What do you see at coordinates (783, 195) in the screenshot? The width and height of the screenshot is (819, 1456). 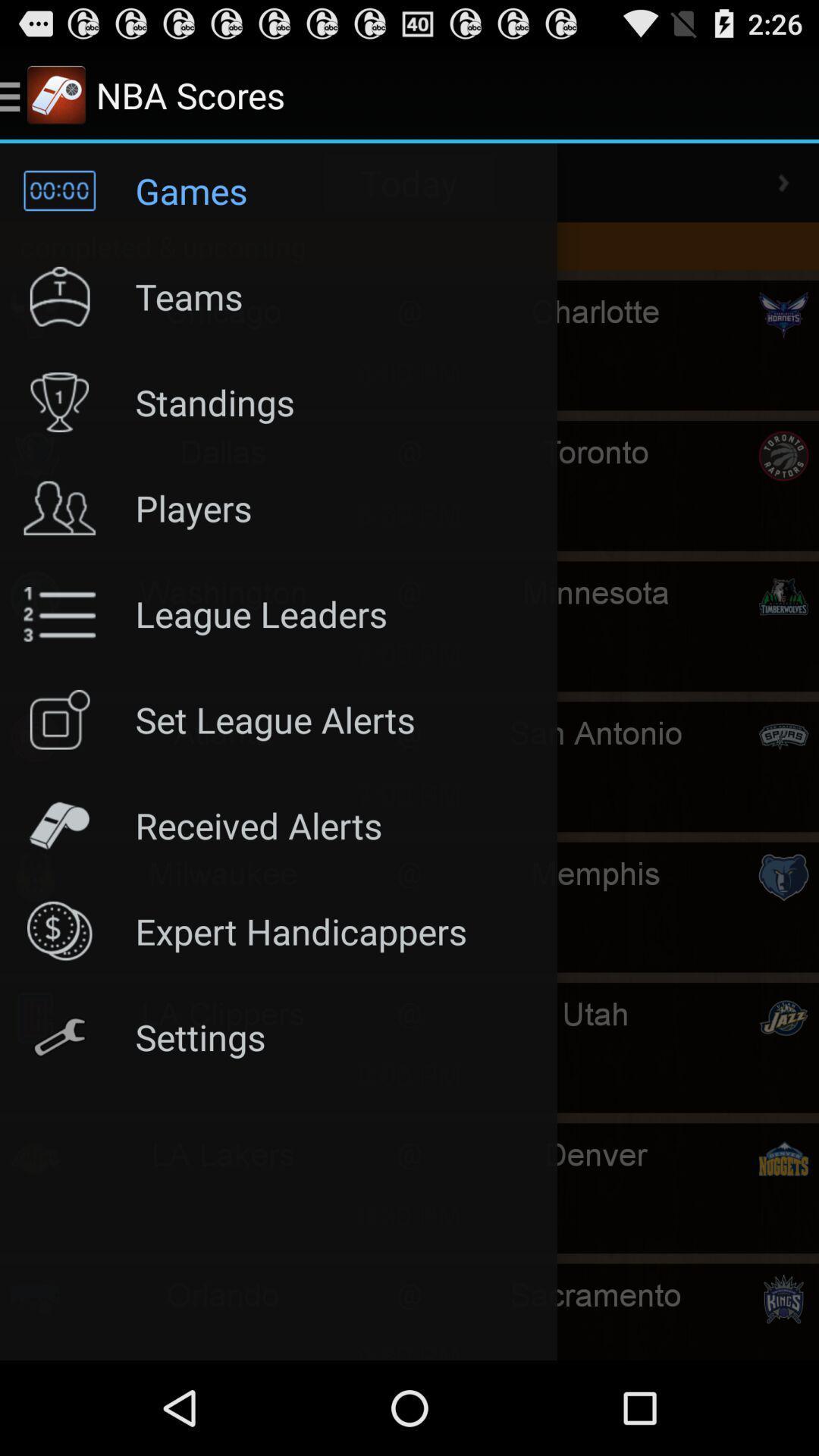 I see `the arrow_forward icon` at bounding box center [783, 195].